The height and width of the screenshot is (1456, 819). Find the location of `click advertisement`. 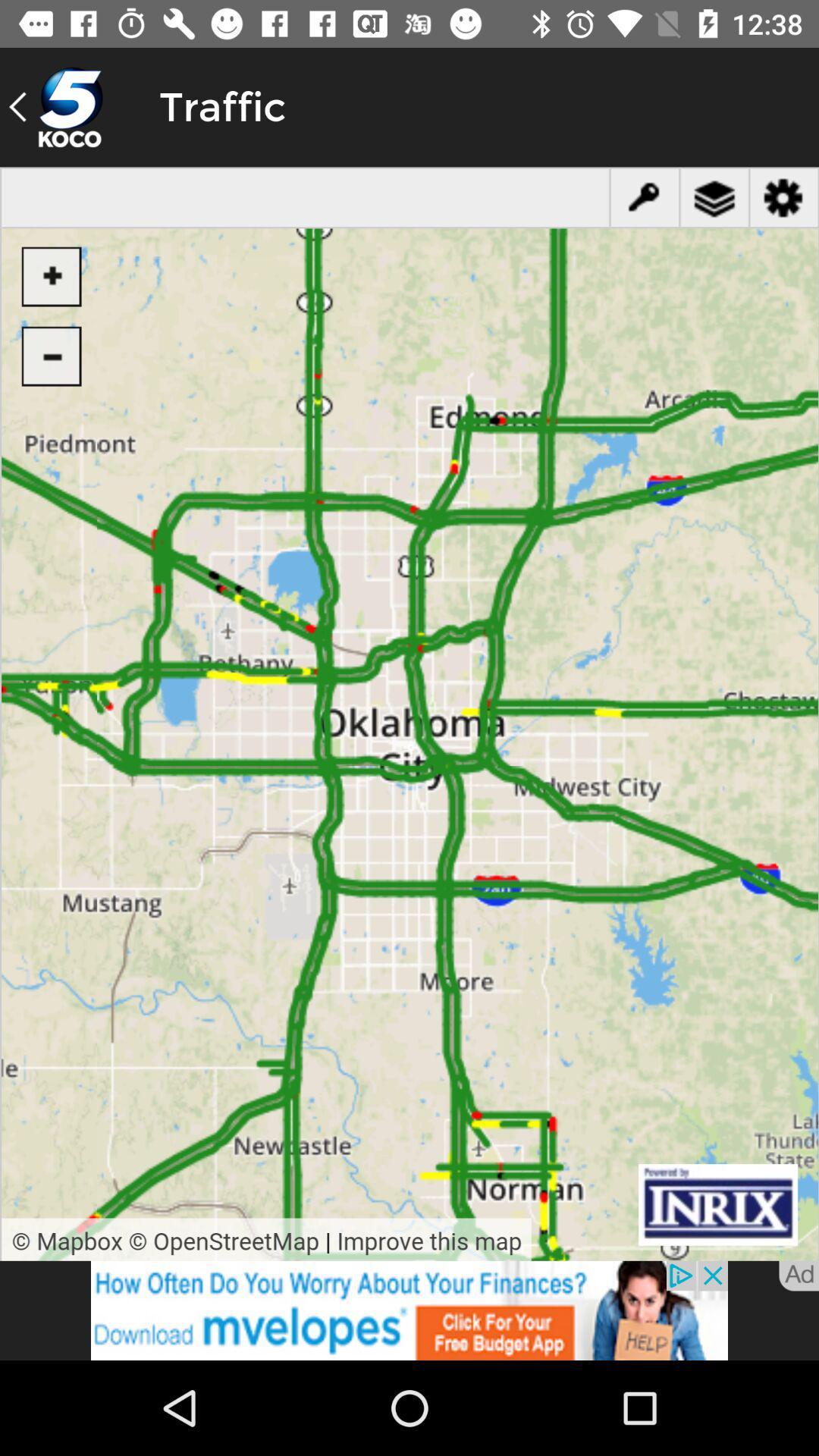

click advertisement is located at coordinates (409, 1310).